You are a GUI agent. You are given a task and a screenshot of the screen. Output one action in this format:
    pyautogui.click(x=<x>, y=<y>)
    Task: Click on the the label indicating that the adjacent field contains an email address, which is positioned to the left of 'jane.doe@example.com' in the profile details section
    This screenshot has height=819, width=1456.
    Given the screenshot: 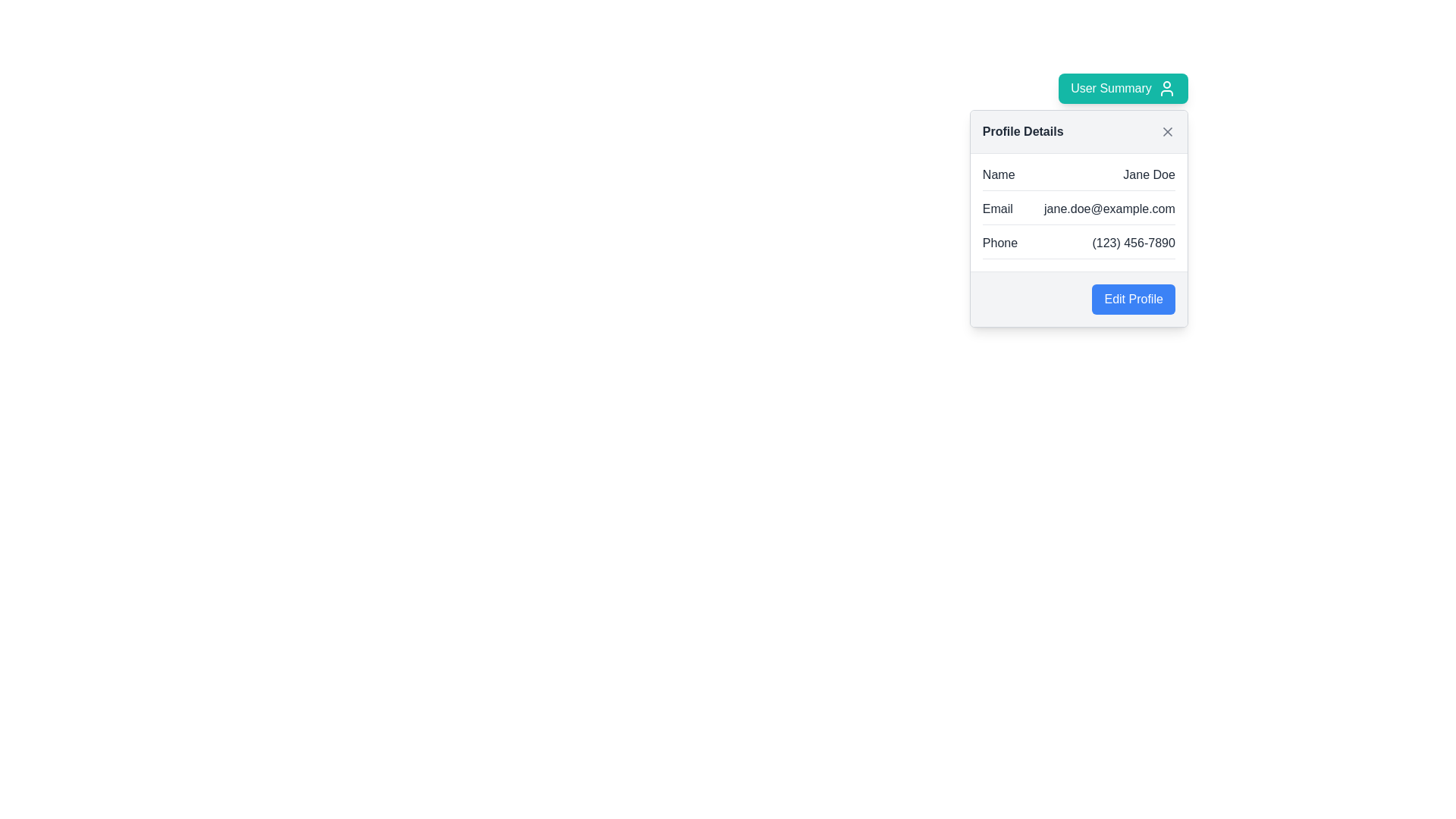 What is the action you would take?
    pyautogui.click(x=997, y=209)
    